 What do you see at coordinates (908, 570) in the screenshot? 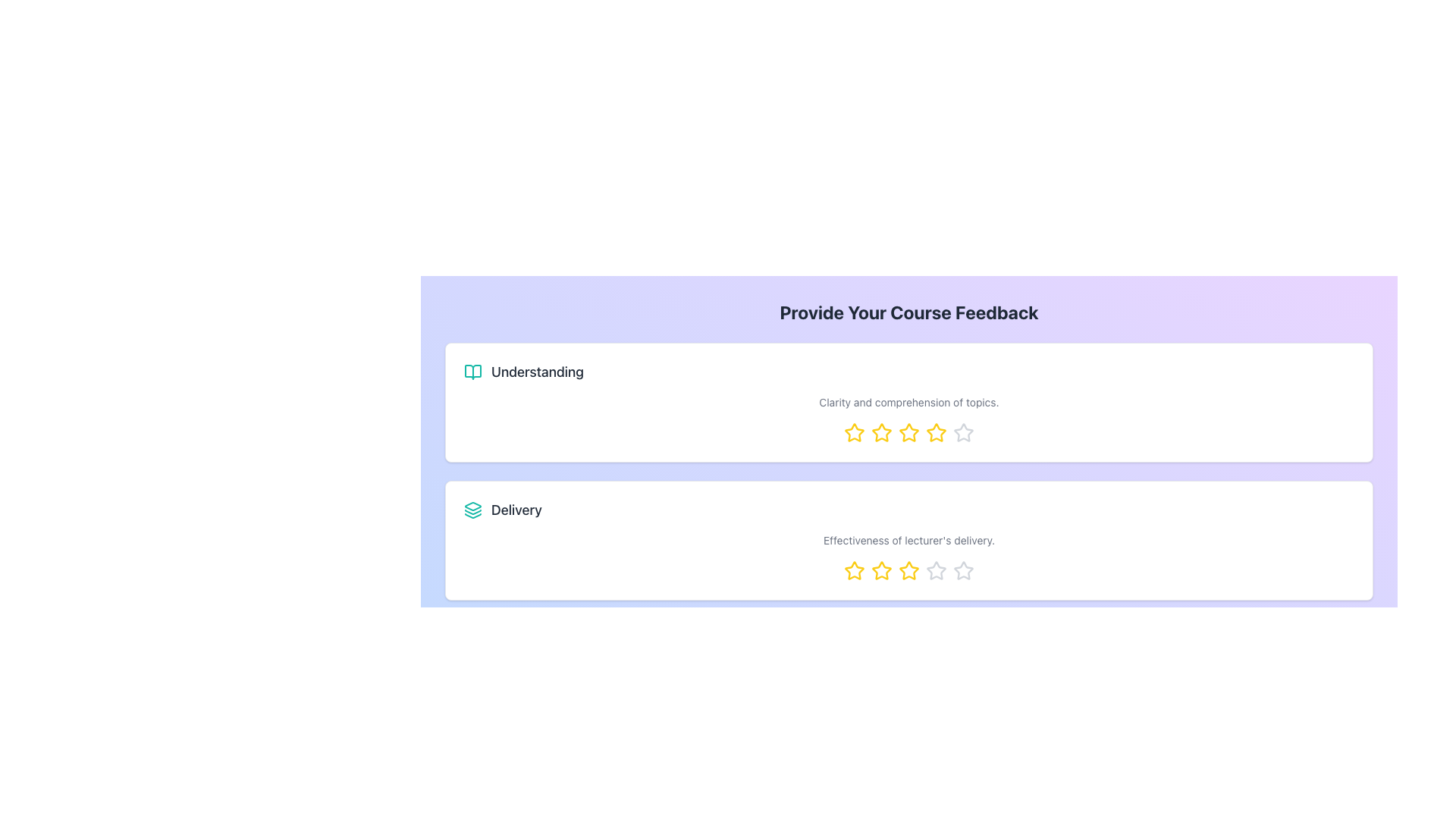
I see `on the fourth yellow rating star icon under the 'Delivery' section` at bounding box center [908, 570].